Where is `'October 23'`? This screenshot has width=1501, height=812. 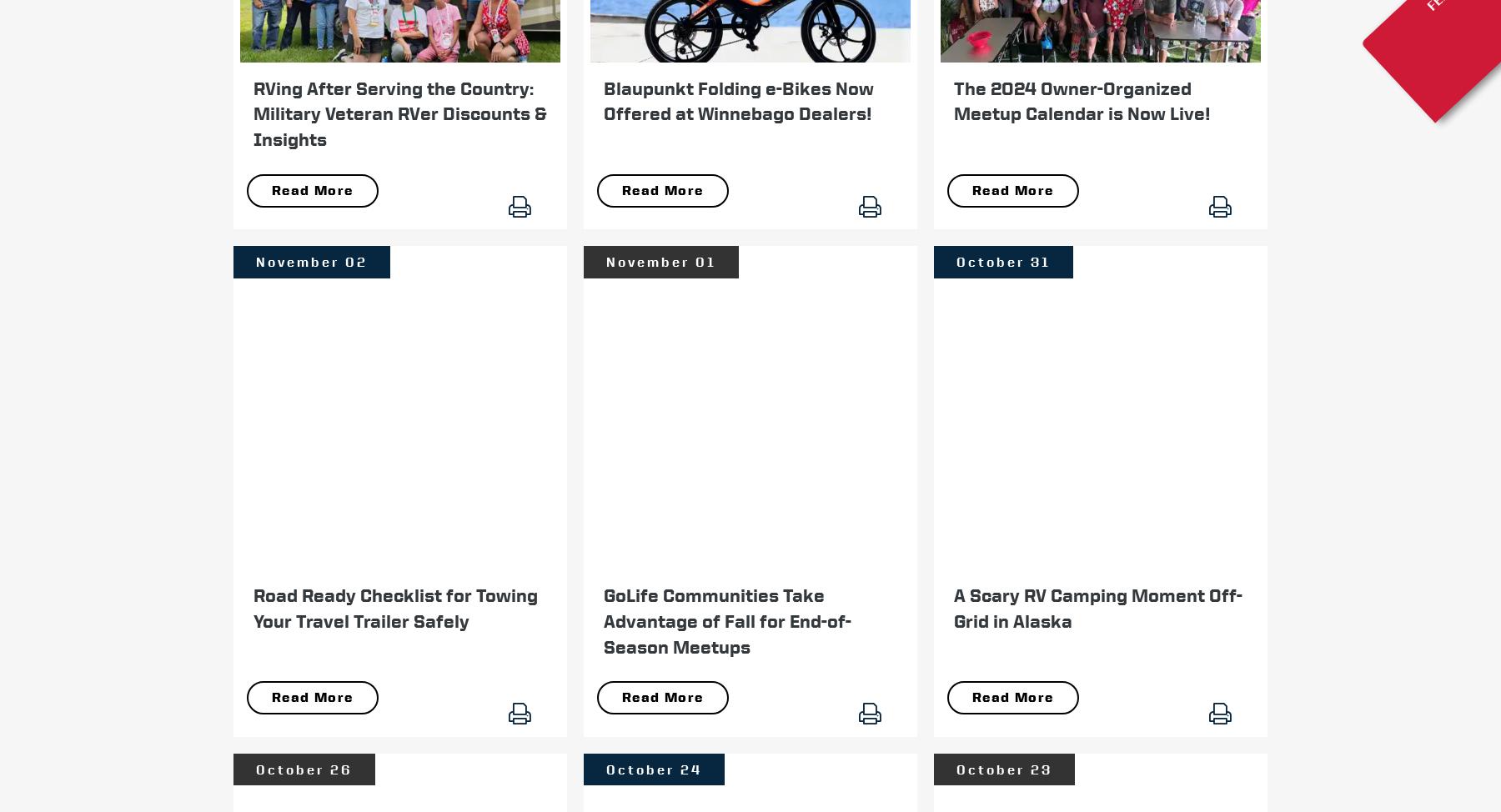
'October 23' is located at coordinates (955, 768).